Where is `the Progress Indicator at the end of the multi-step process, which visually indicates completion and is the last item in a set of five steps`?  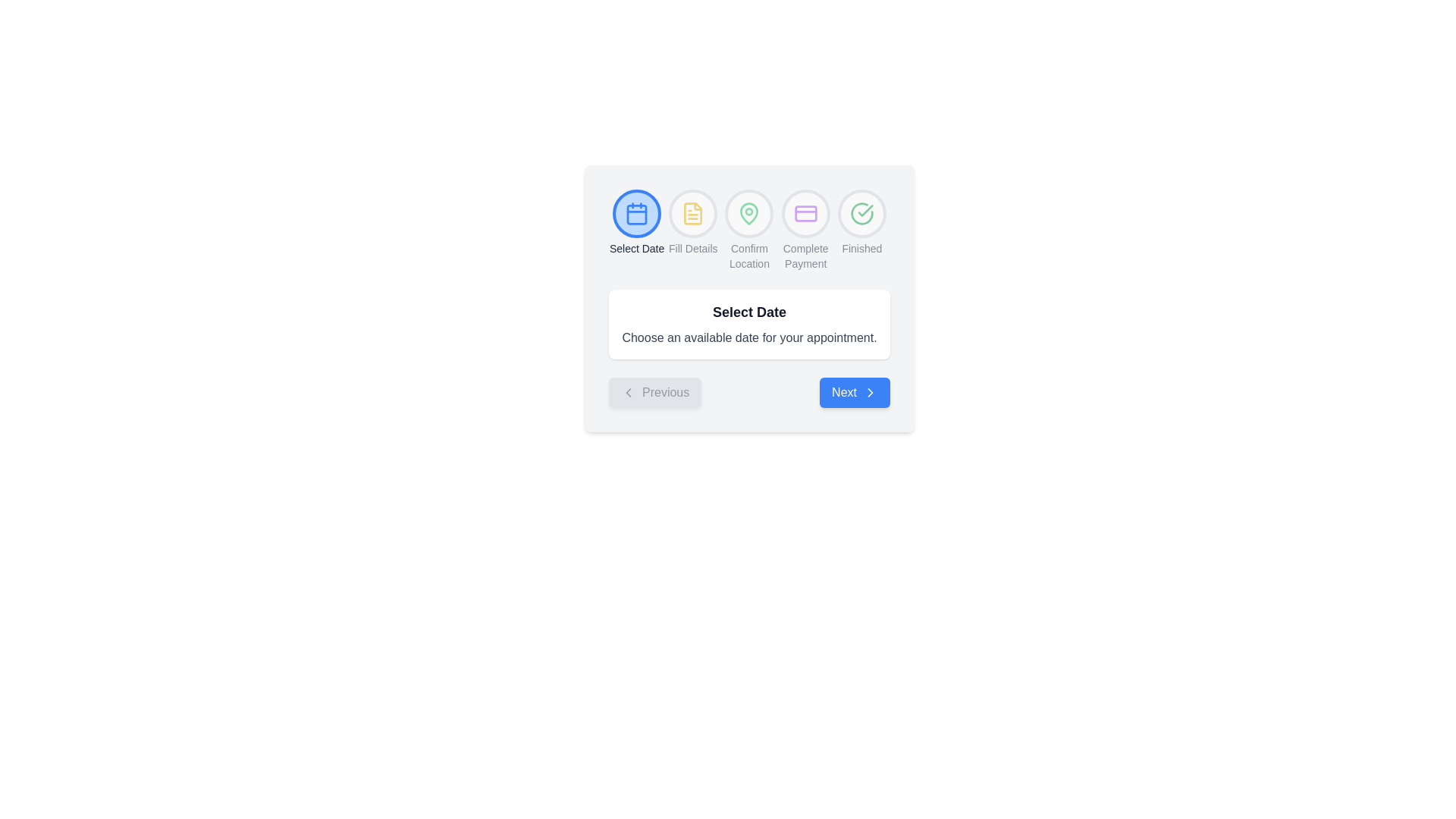 the Progress Indicator at the end of the multi-step process, which visually indicates completion and is the last item in a set of five steps is located at coordinates (861, 231).